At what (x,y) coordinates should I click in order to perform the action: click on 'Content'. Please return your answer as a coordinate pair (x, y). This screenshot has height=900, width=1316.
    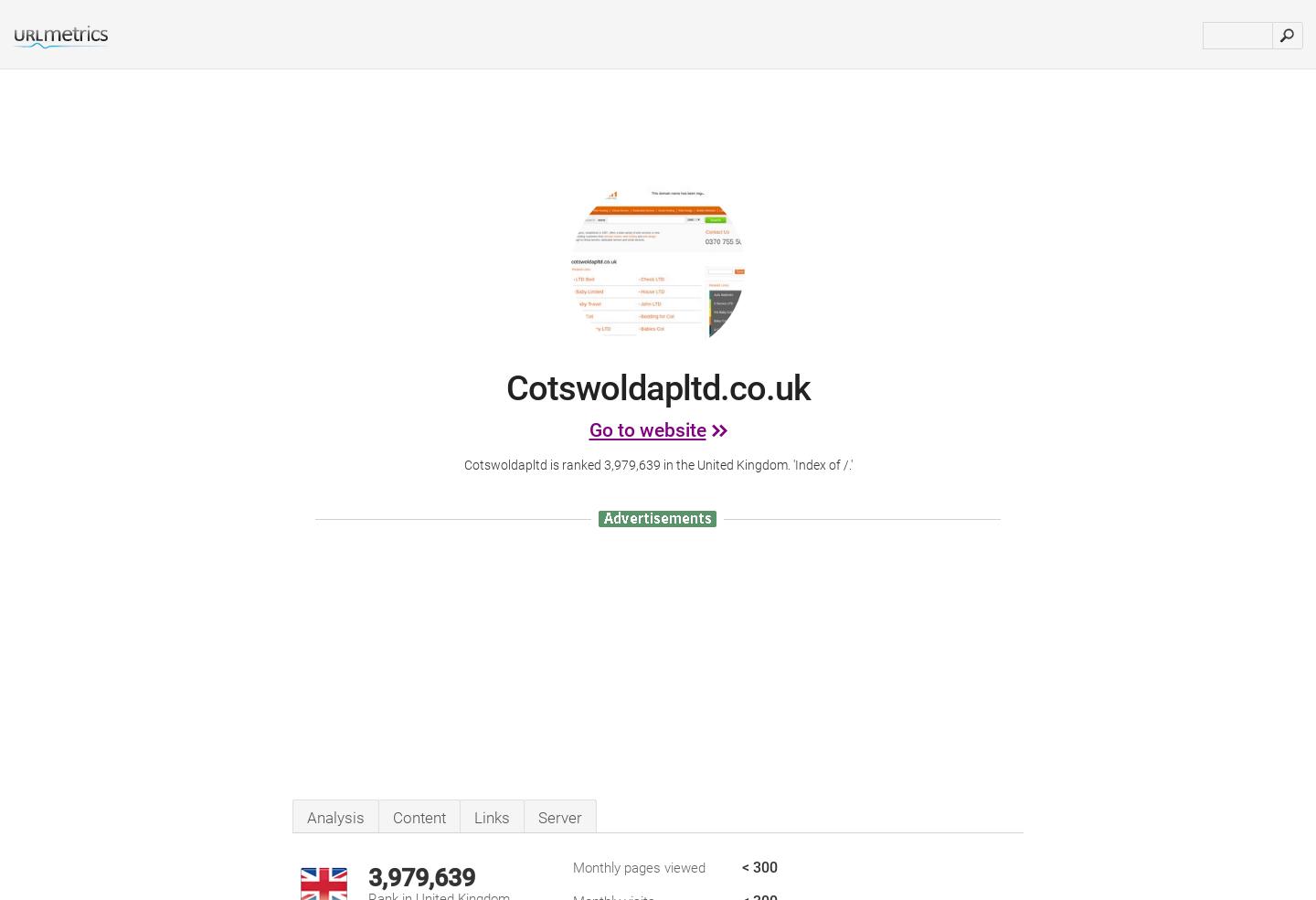
    Looking at the image, I should click on (419, 817).